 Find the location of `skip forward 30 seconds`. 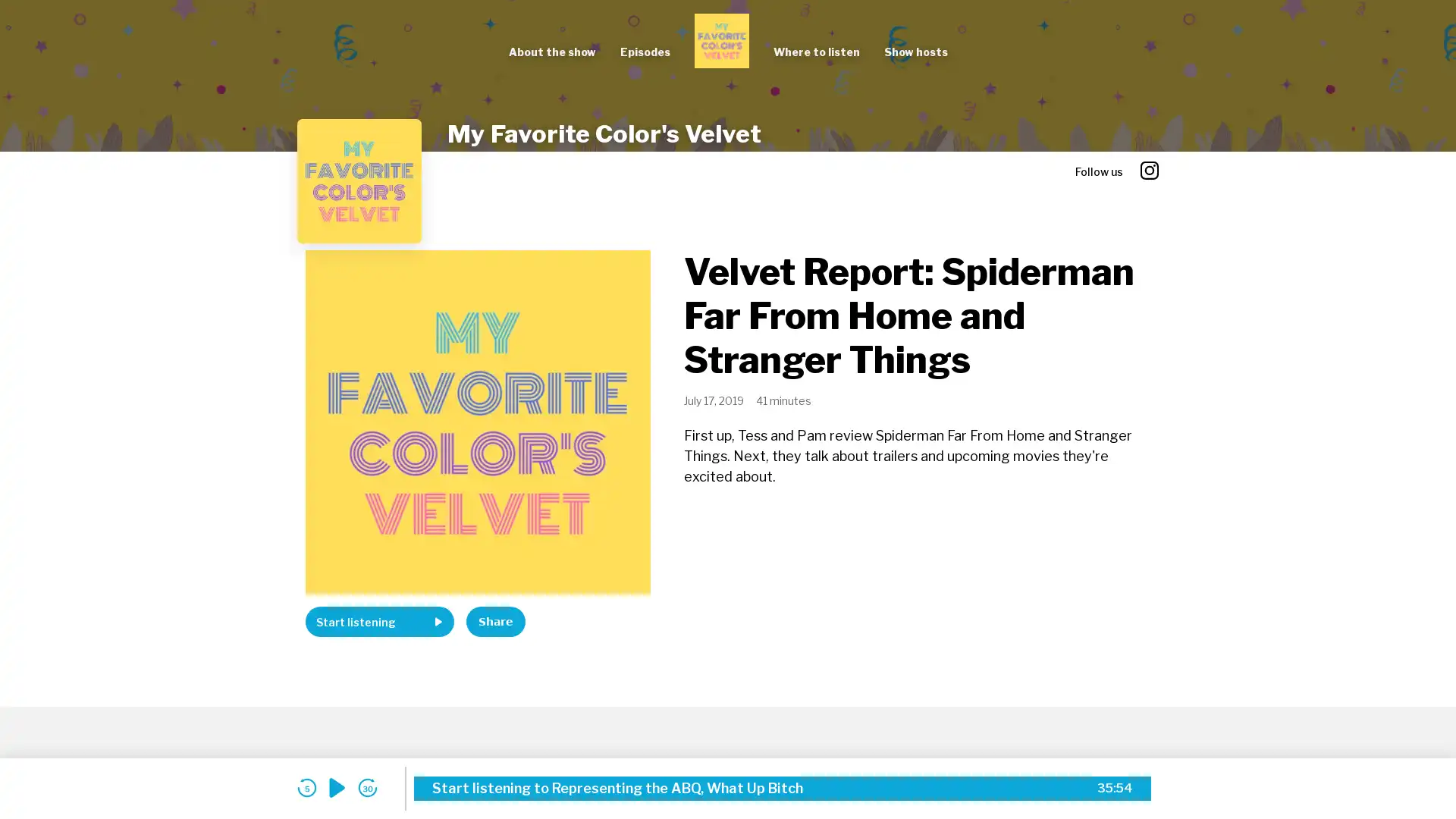

skip forward 30 seconds is located at coordinates (367, 787).